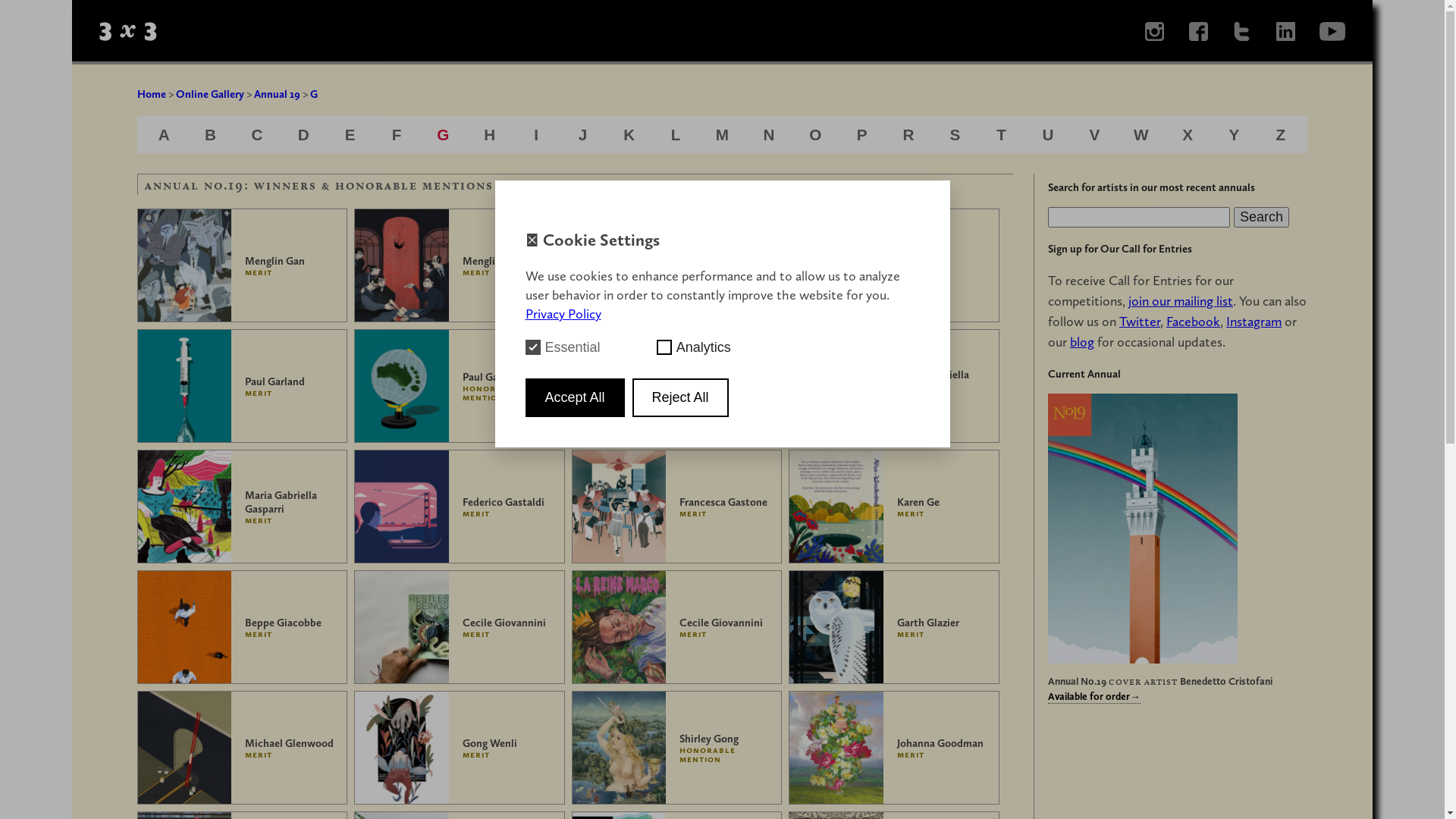 The image size is (1456, 819). I want to click on 'J', so click(582, 133).